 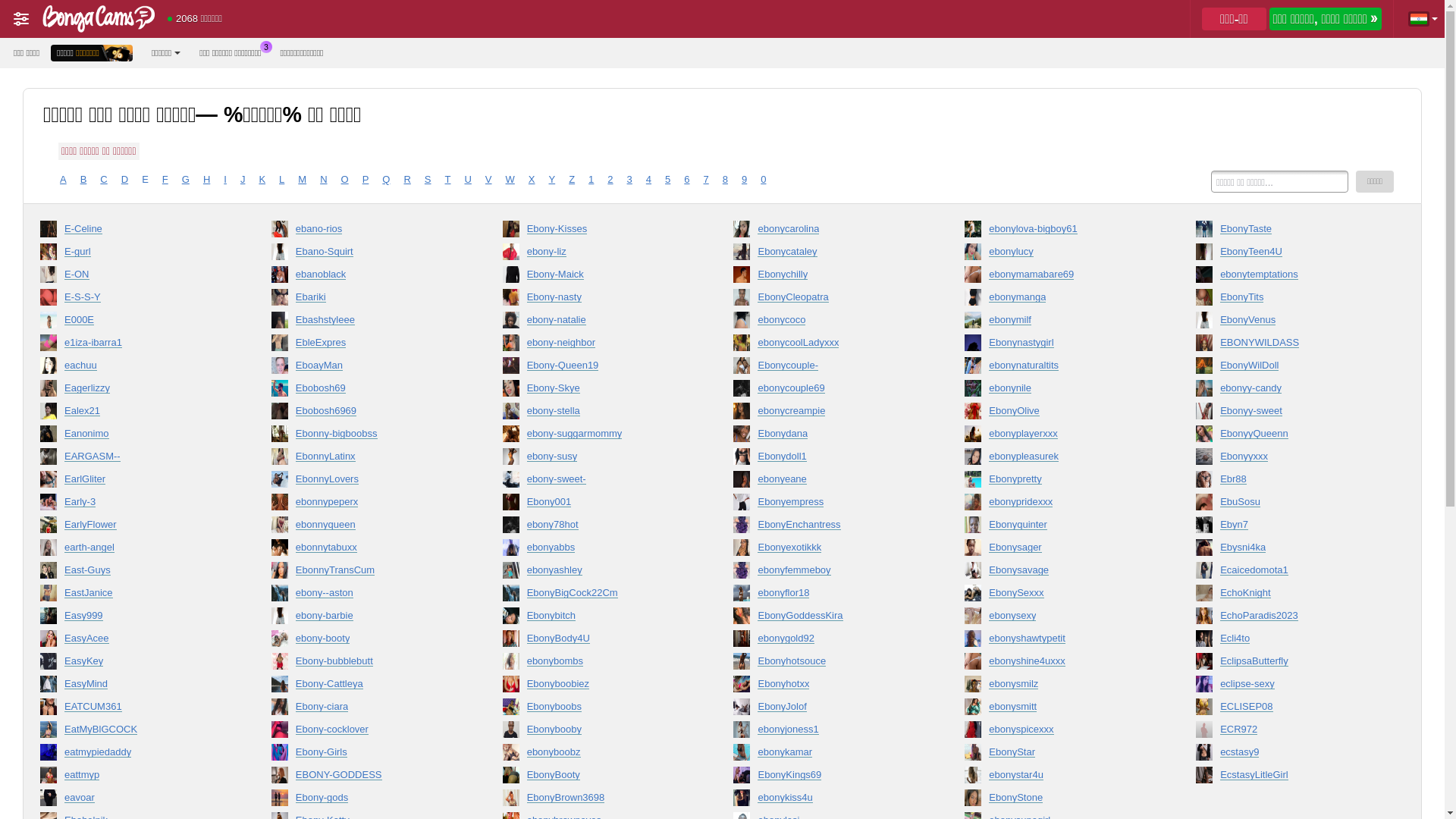 I want to click on 'EbonnyLatinx', so click(x=365, y=458).